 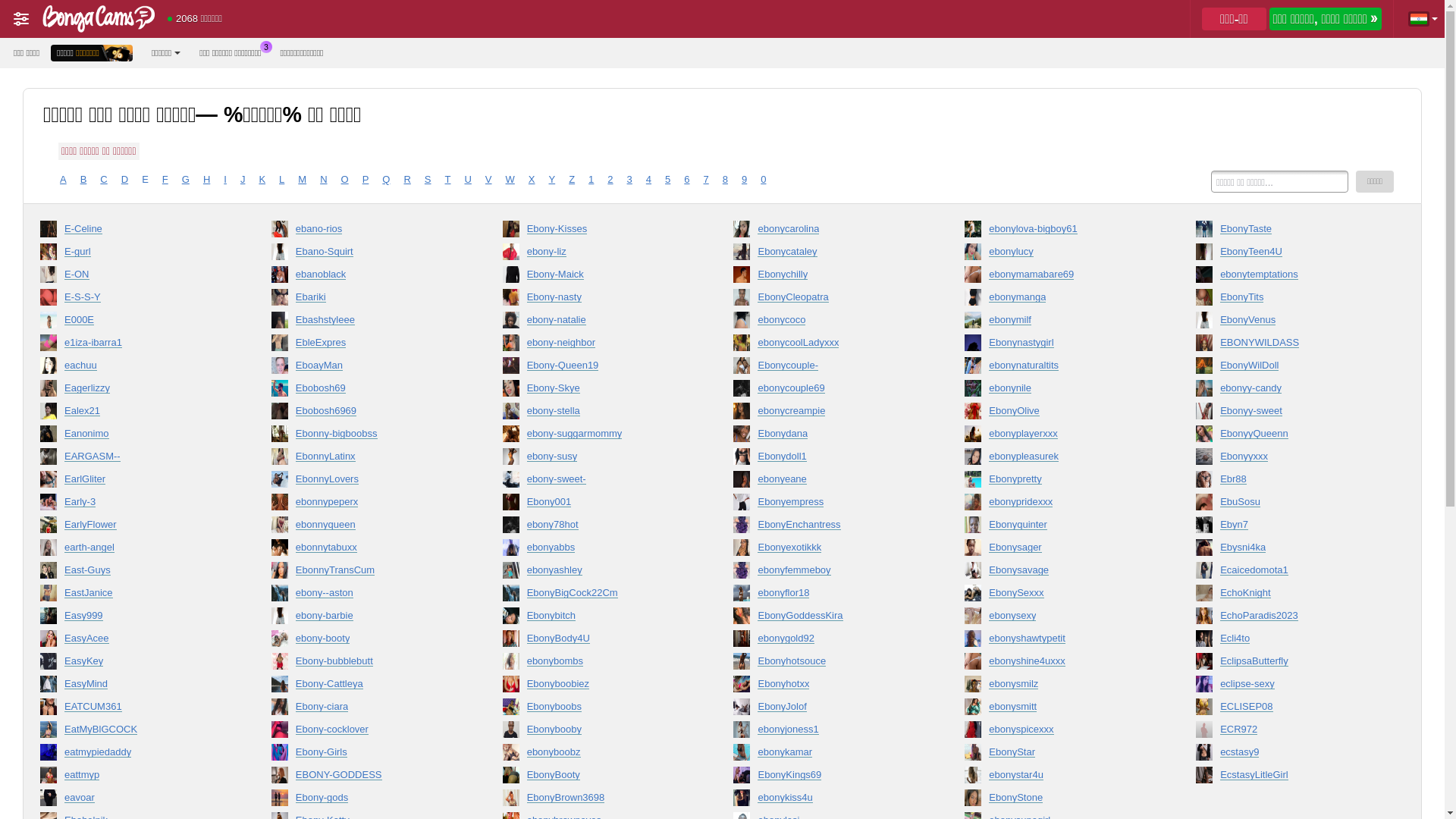 I want to click on 'EbonnyLatinx', so click(x=365, y=458).